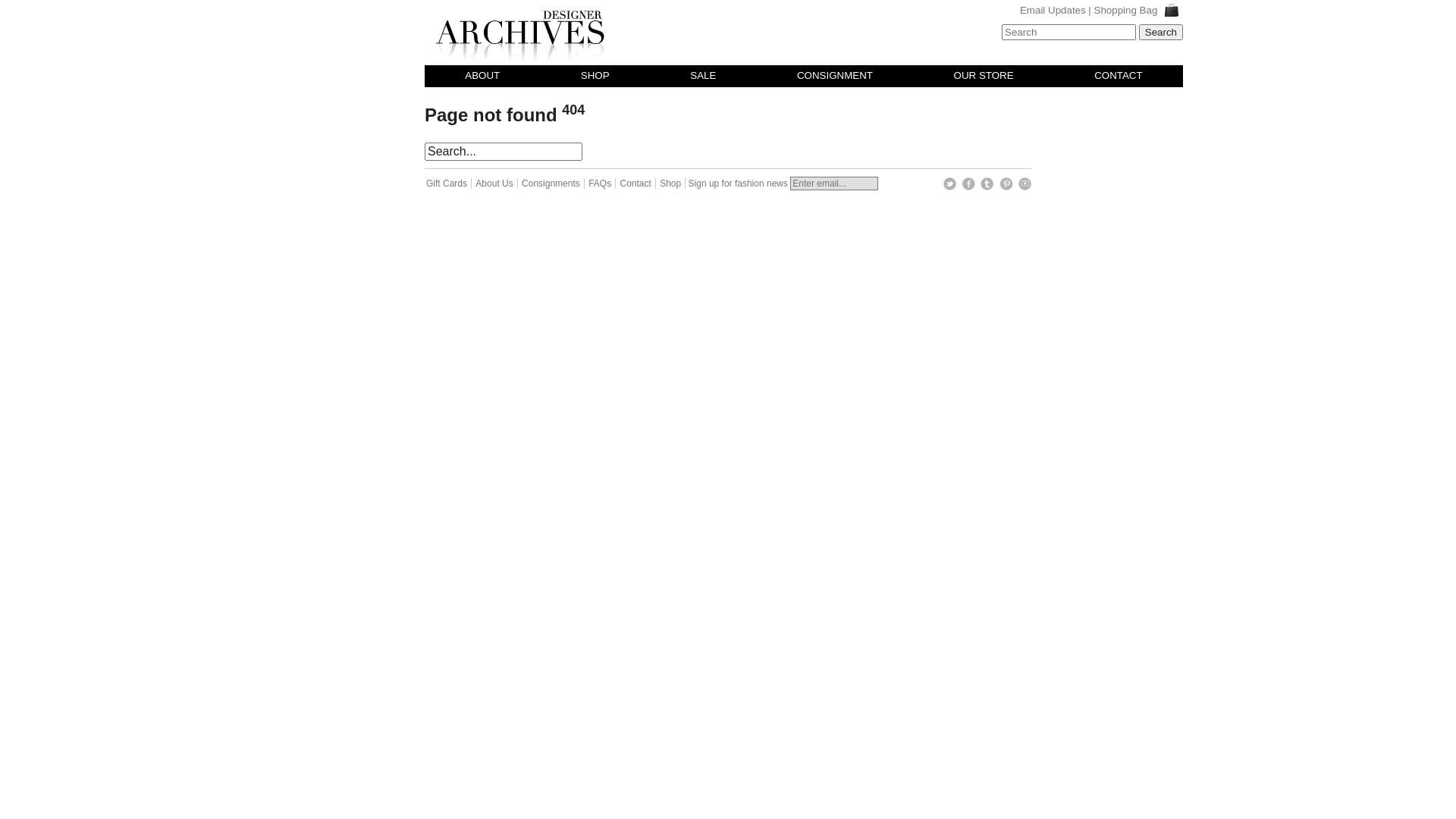 The width and height of the screenshot is (1456, 819). What do you see at coordinates (481, 76) in the screenshot?
I see `'ABOUT'` at bounding box center [481, 76].